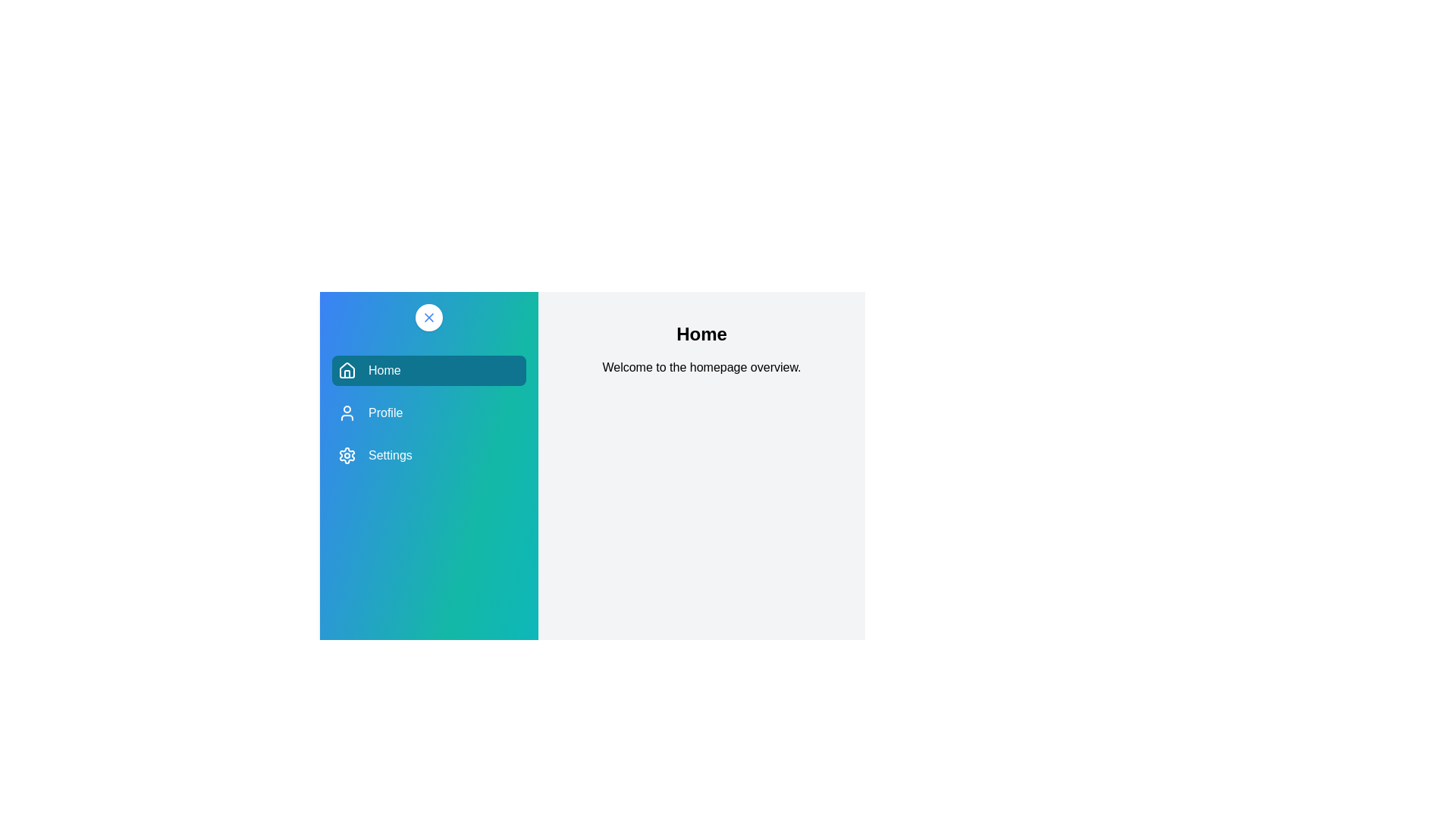  What do you see at coordinates (428, 413) in the screenshot?
I see `the Profile tab from the sidebar menu` at bounding box center [428, 413].